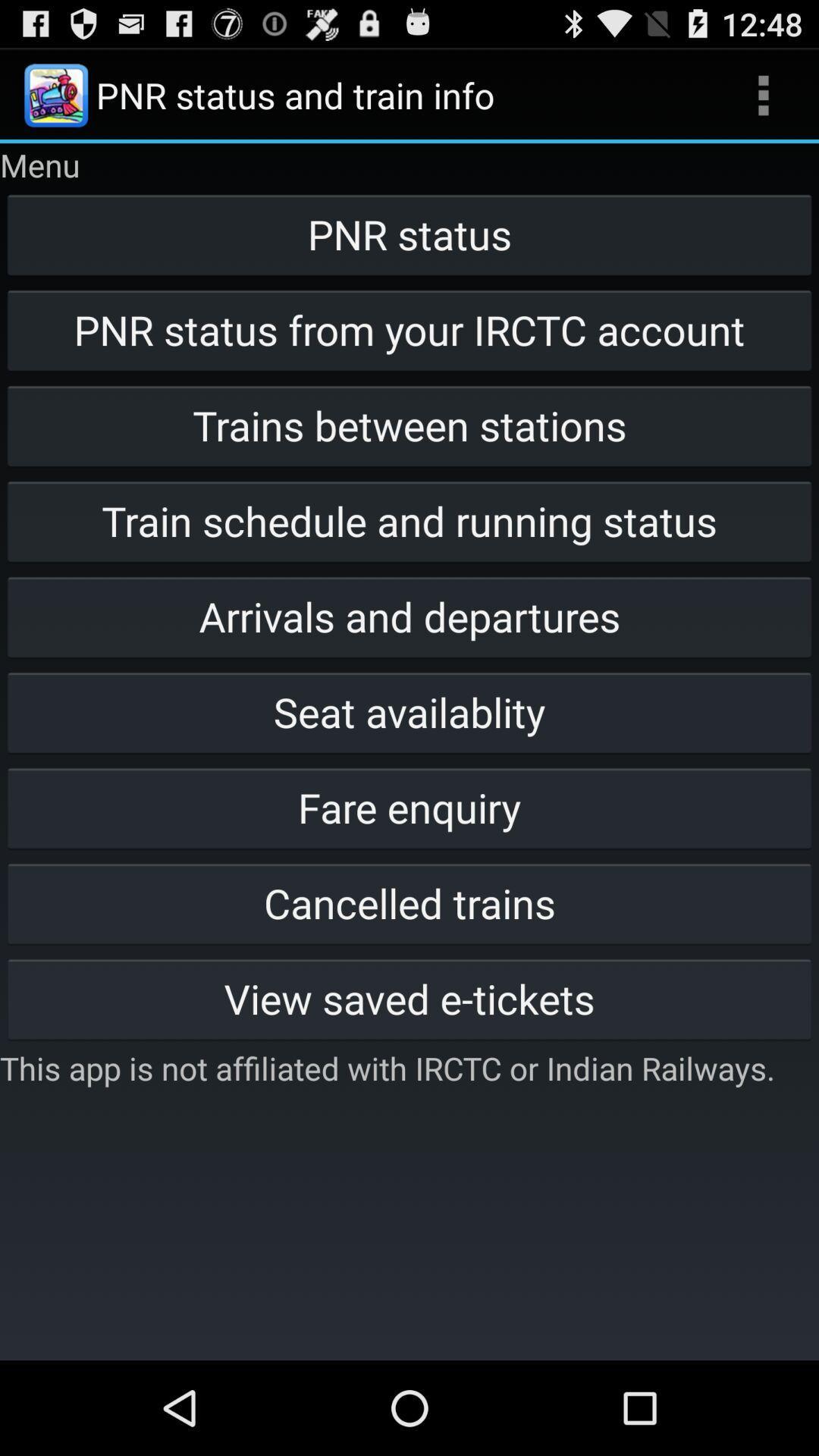 The height and width of the screenshot is (1456, 819). I want to click on icon above the cancelled trains icon, so click(409, 807).